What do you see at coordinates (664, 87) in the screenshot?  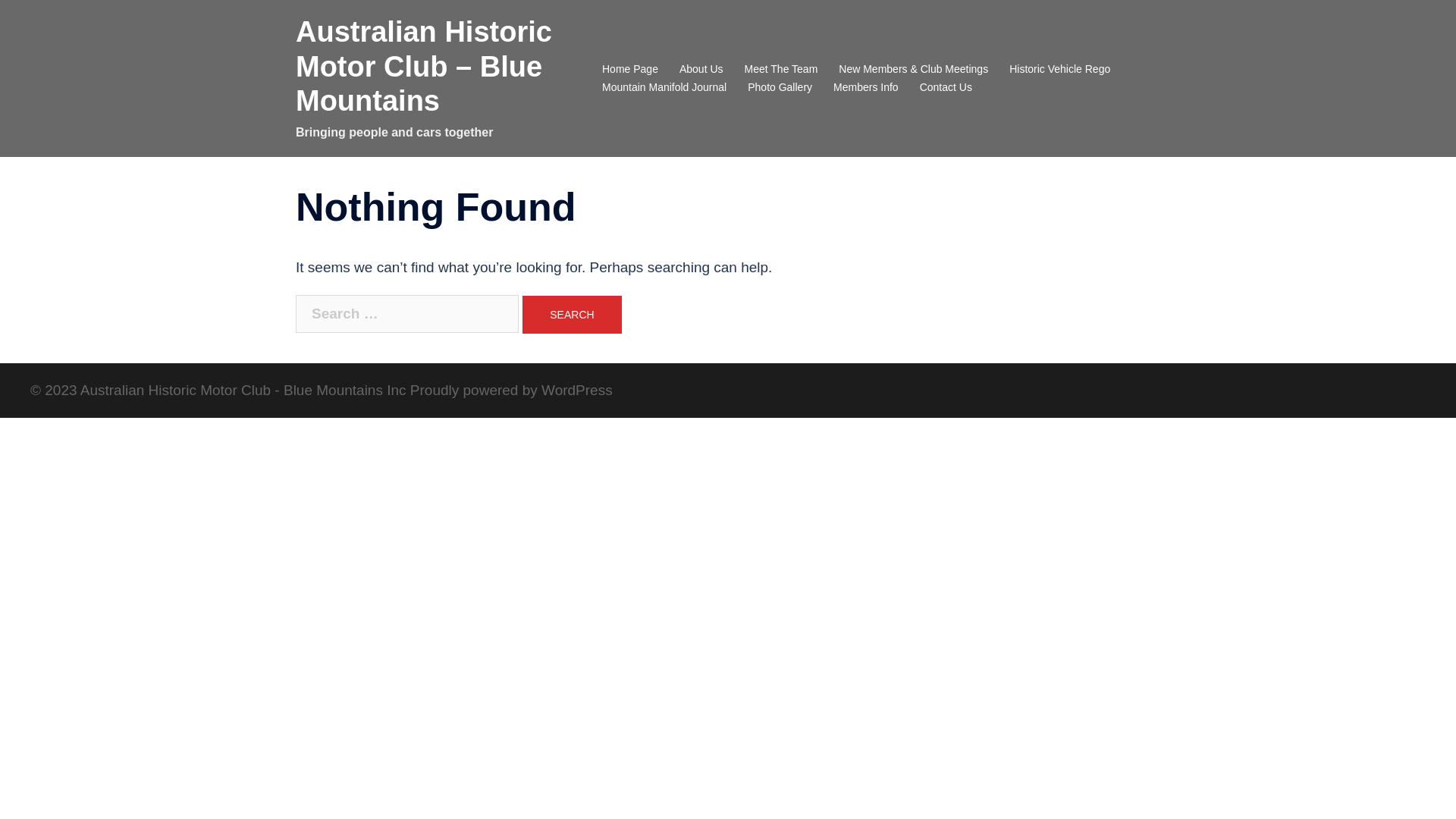 I see `'Mountain Manifold Journal'` at bounding box center [664, 87].